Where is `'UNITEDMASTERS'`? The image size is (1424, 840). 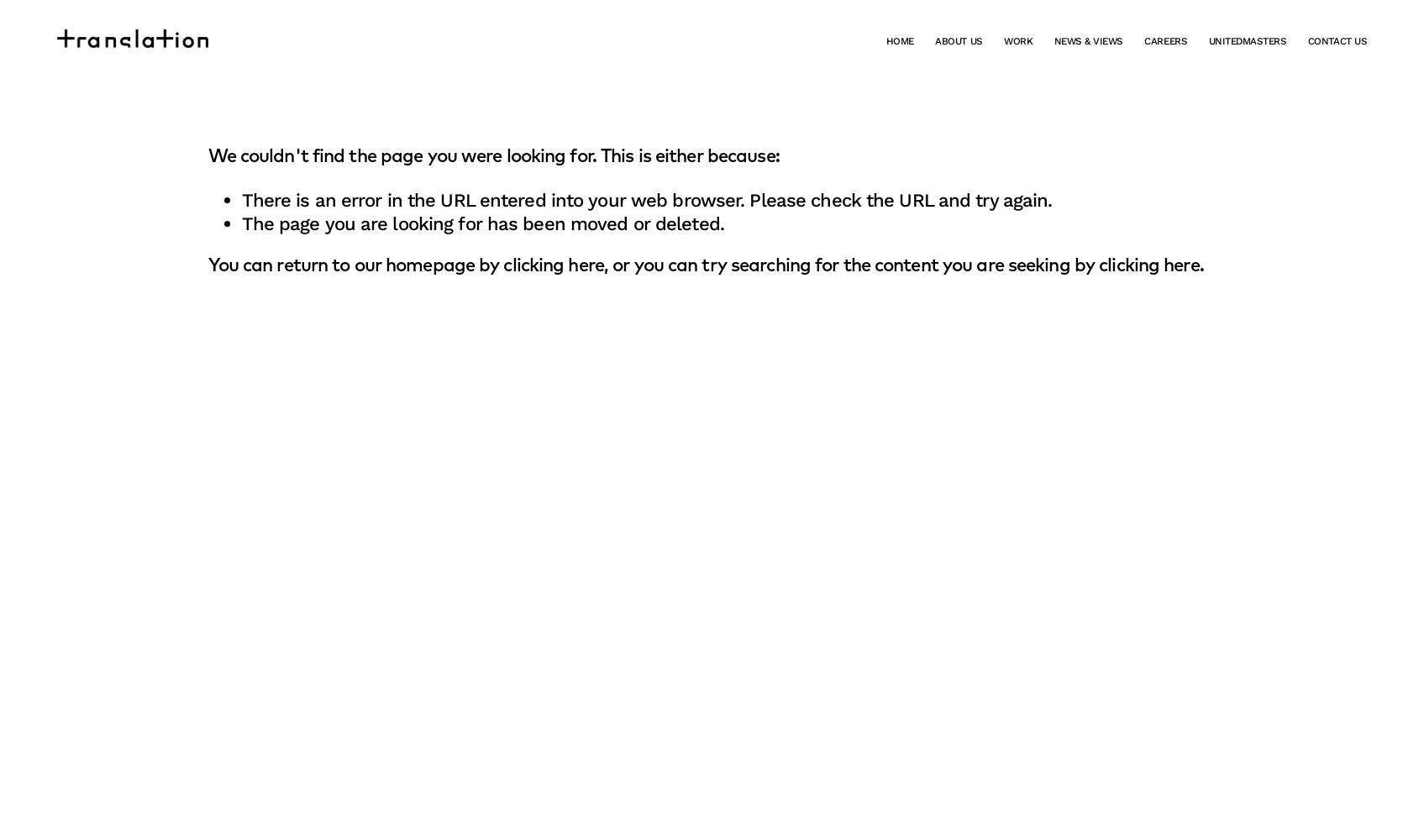 'UNITEDMASTERS' is located at coordinates (1247, 40).